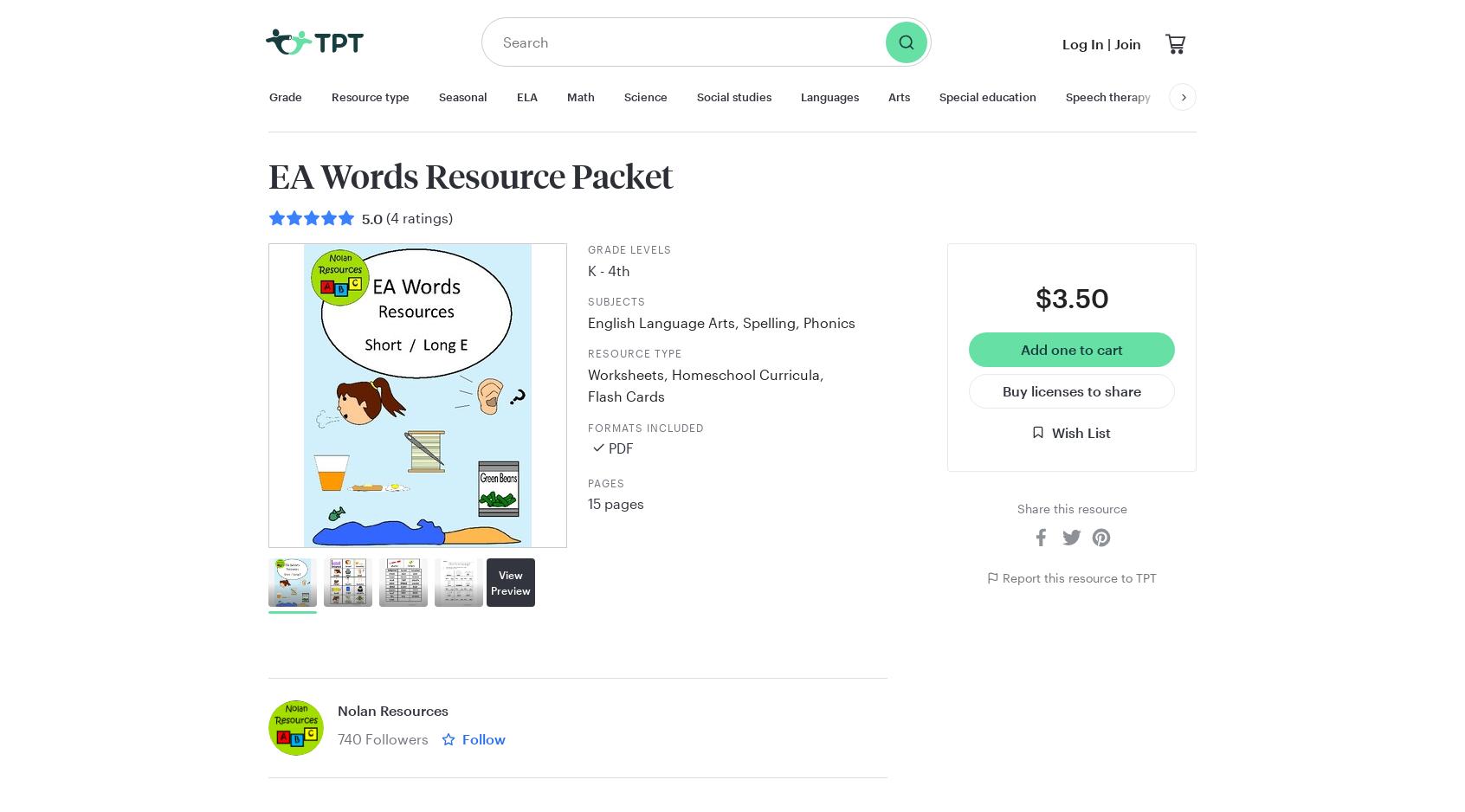 The height and width of the screenshot is (812, 1465). Describe the element at coordinates (733, 95) in the screenshot. I see `'Social studies'` at that location.